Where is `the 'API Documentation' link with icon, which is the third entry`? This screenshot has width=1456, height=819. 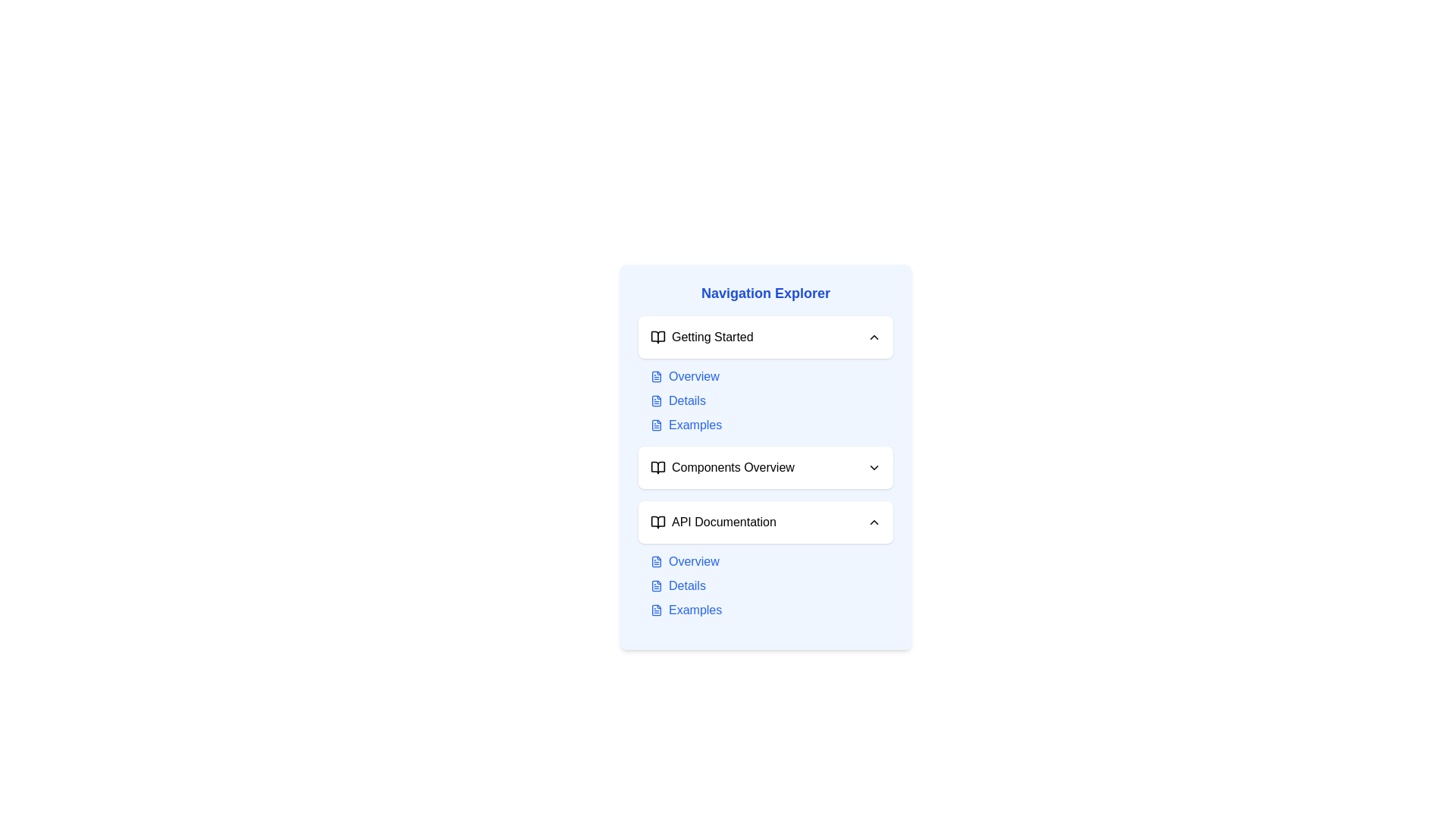 the 'API Documentation' link with icon, which is the third entry is located at coordinates (712, 522).